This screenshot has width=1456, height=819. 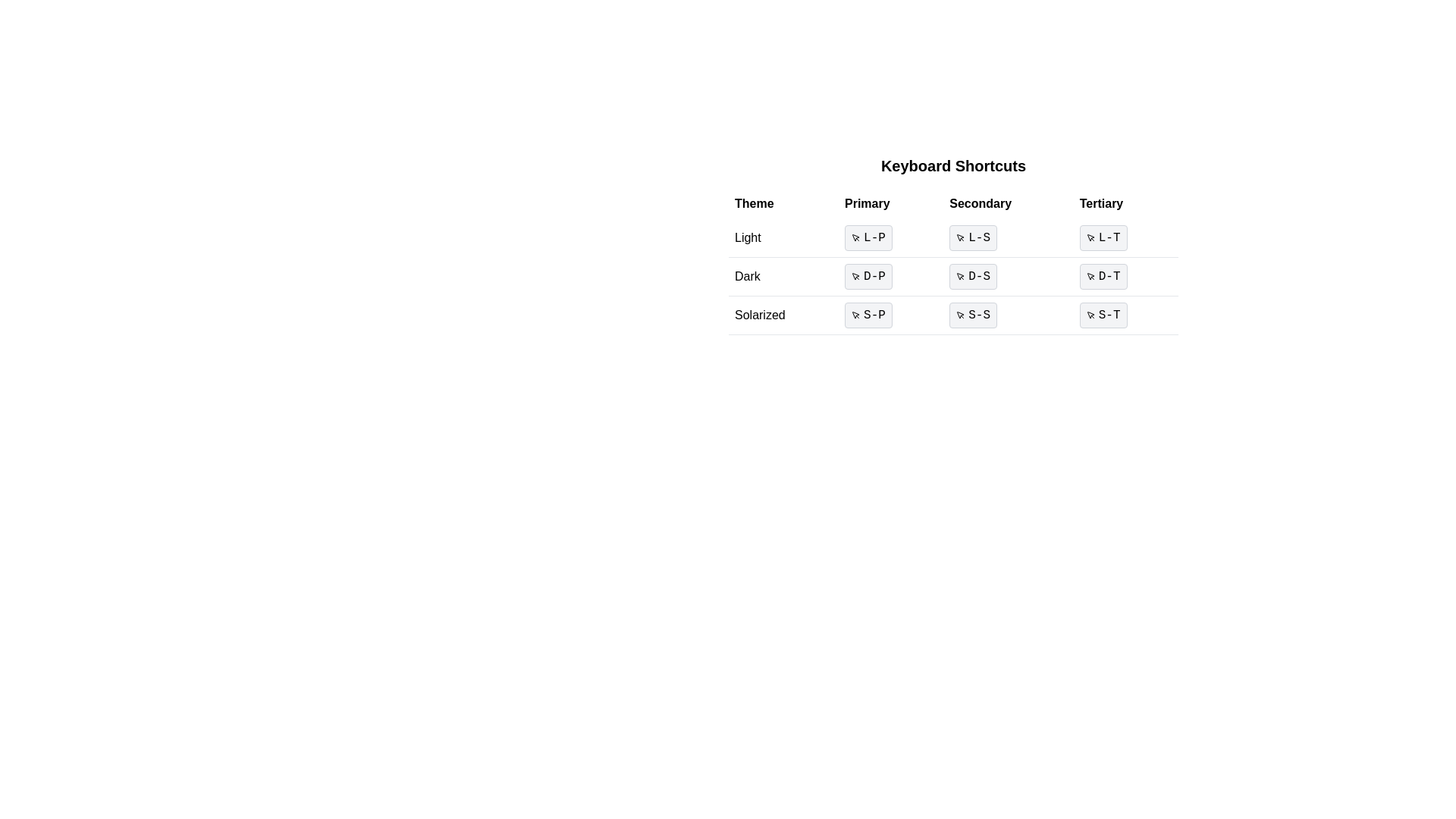 I want to click on the non-interactive text label displaying the keyboard shortcut 'S-T' in the third column of the last row within the 'Keyboard Shortcuts' grid, so click(x=1109, y=315).